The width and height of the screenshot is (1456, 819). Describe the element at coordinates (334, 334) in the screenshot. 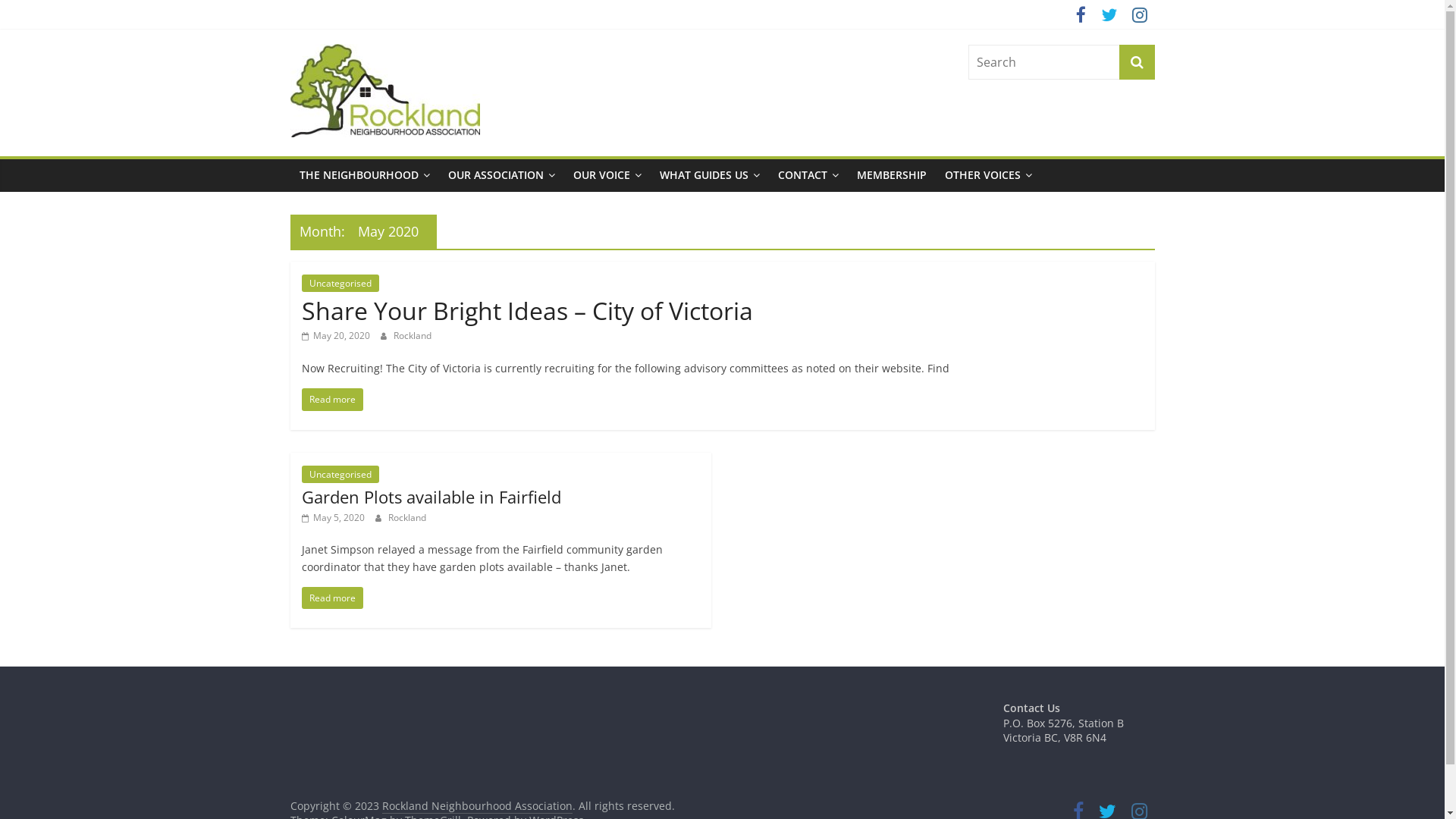

I see `'May 20, 2020'` at that location.